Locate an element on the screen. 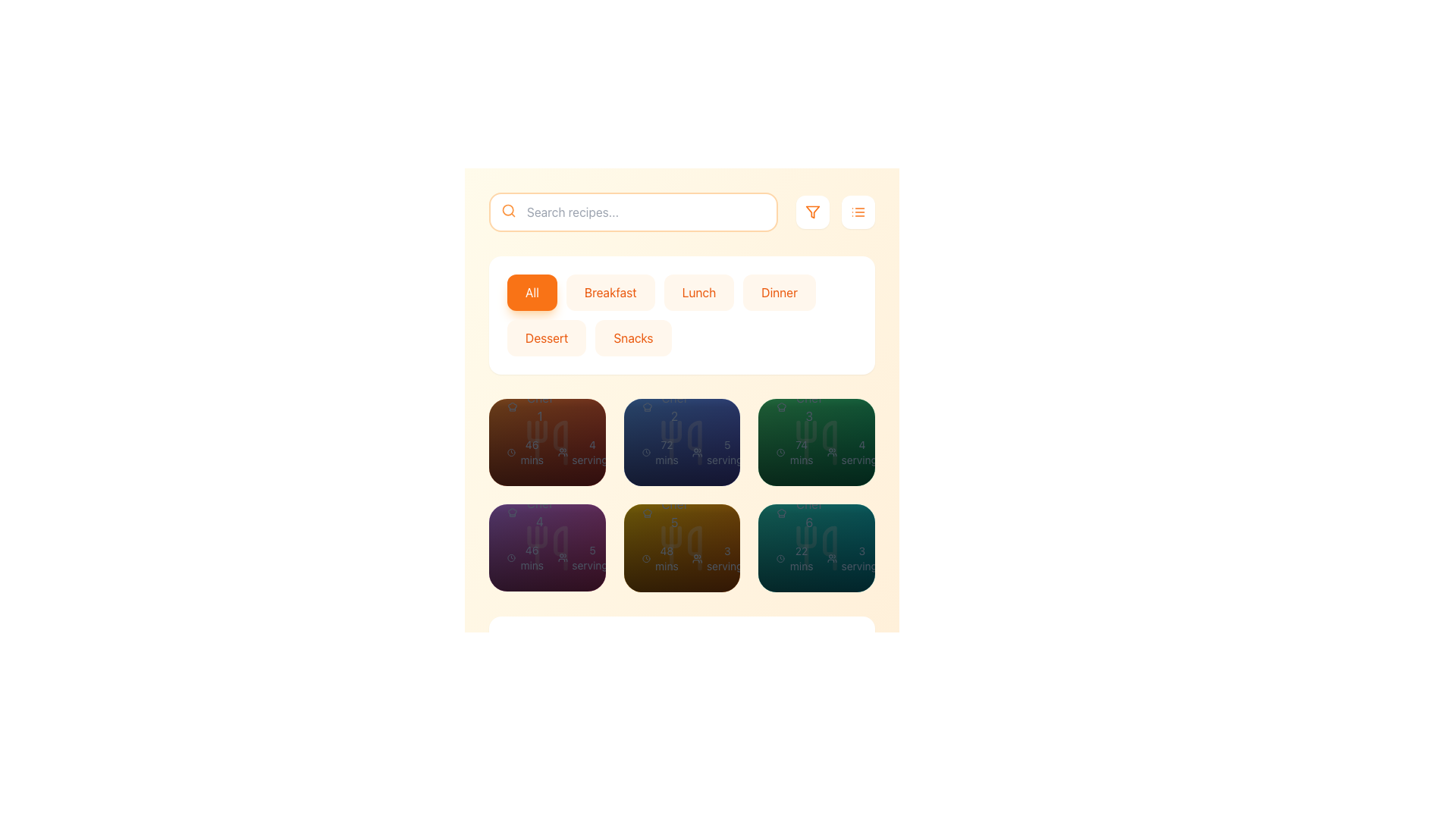 The image size is (1456, 819). the food category button in the button group is located at coordinates (681, 315).